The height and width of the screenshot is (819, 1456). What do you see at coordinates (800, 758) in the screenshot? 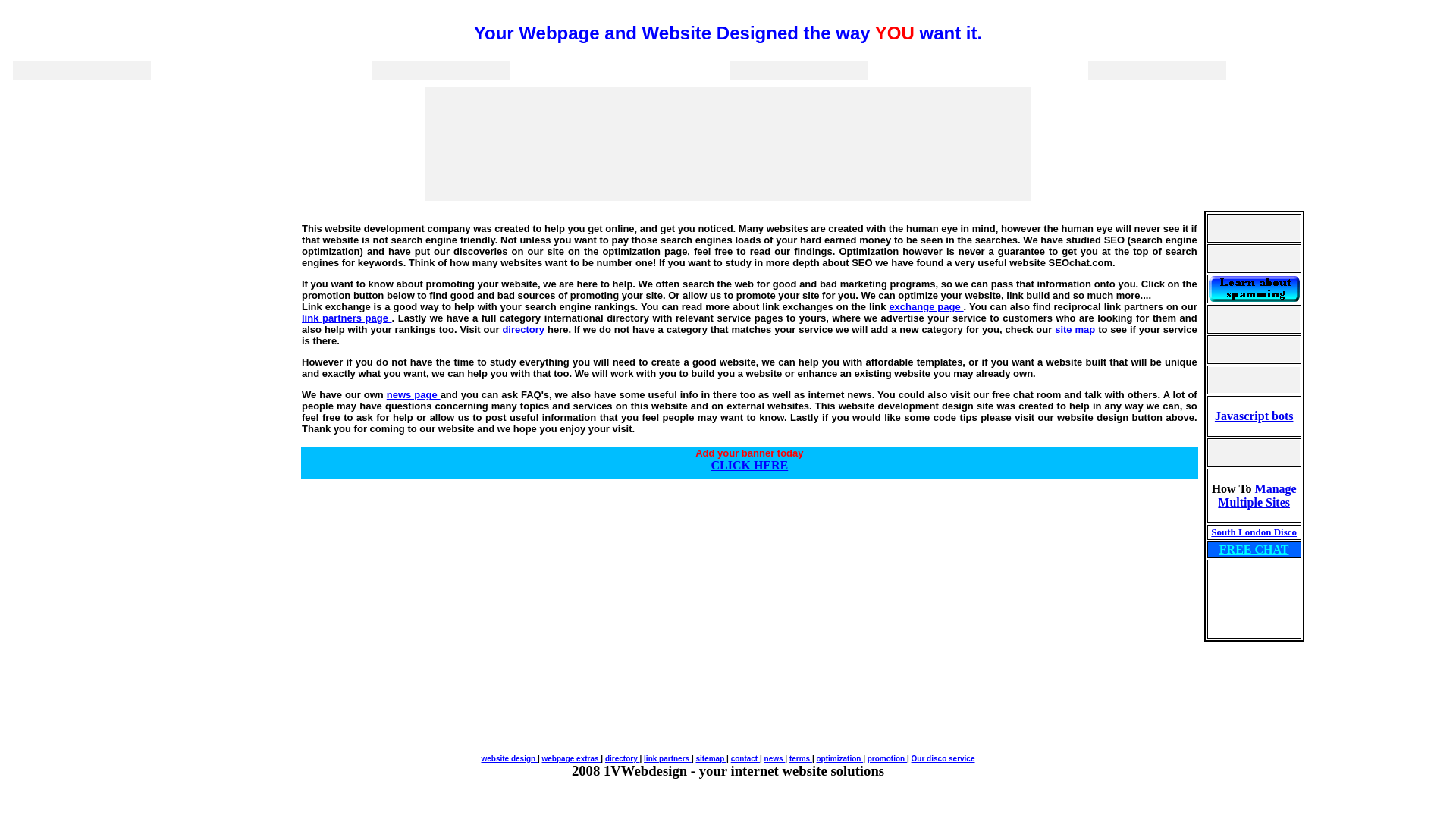
I see `'terms'` at bounding box center [800, 758].